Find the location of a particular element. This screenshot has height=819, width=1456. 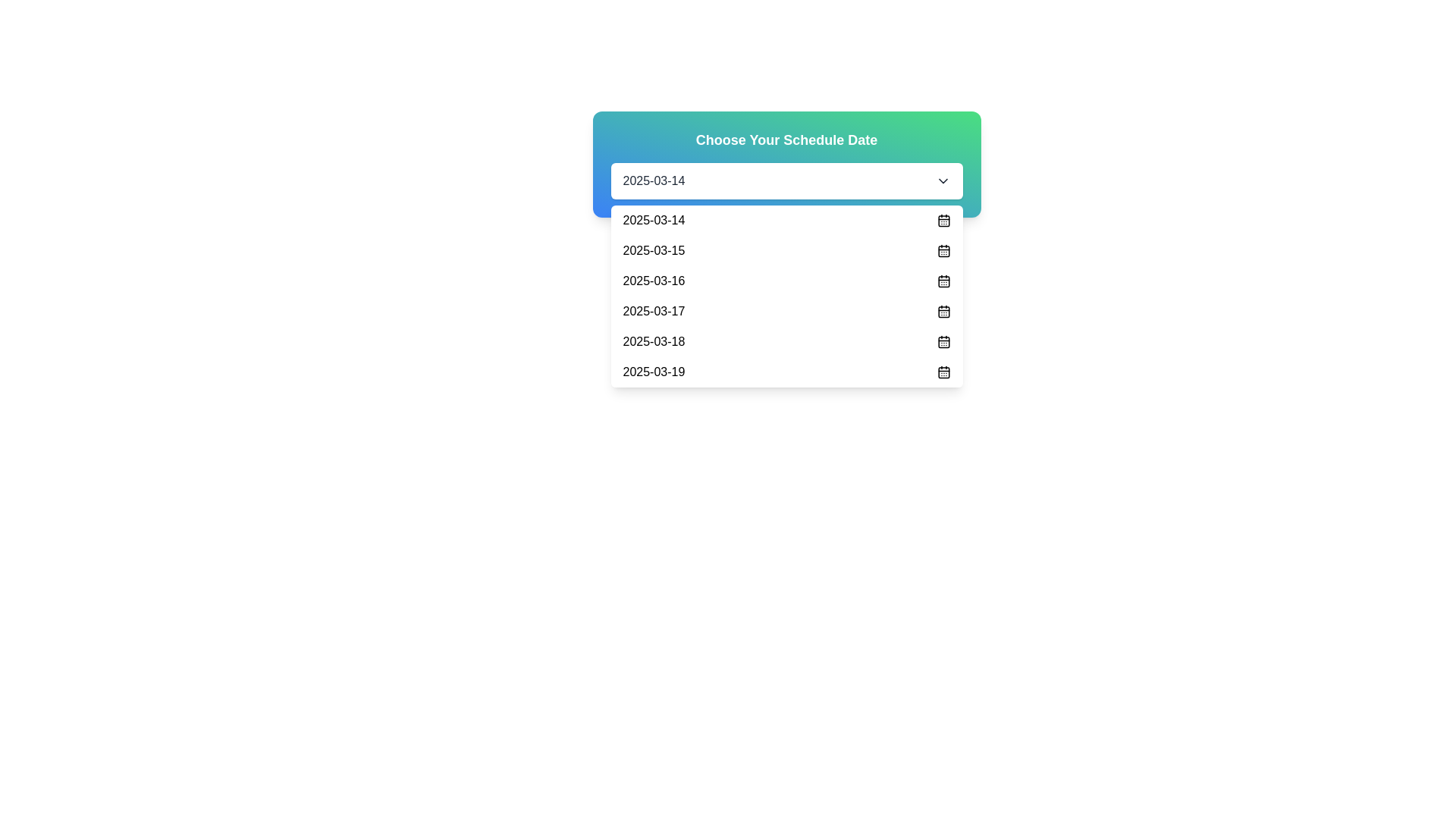

the Calendar body region icon, which is a small rectangular area with rounded corners styled as a calendar, located in the dropdown menu to the right of the date '2025-03-18' is located at coordinates (943, 342).